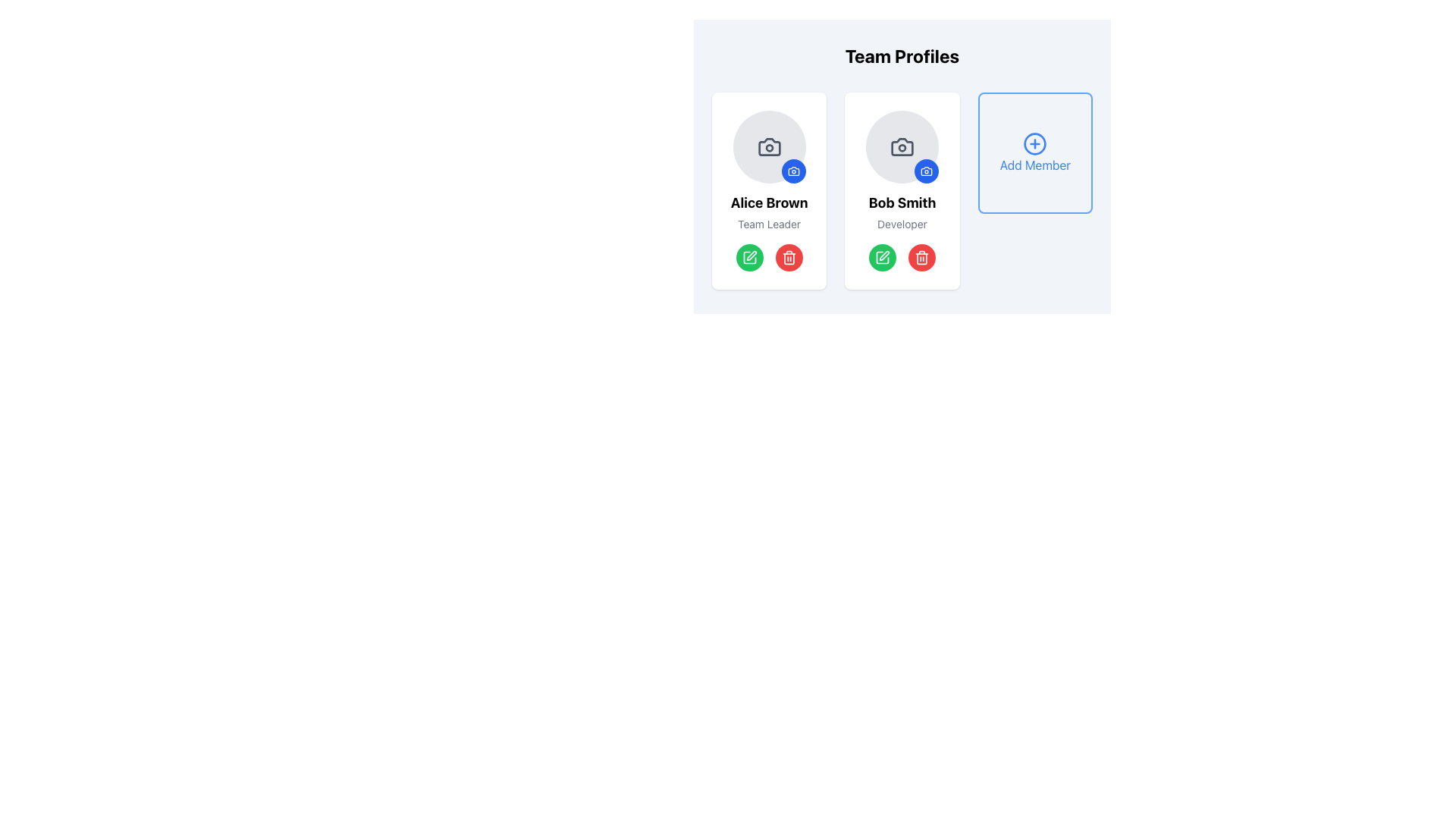 This screenshot has height=819, width=1456. Describe the element at coordinates (1034, 143) in the screenshot. I see `the circular icon with a blue outlined plus sign in the center of the 'Add Member' button located in the 'Team Profiles' section via keyboard navigation` at that location.